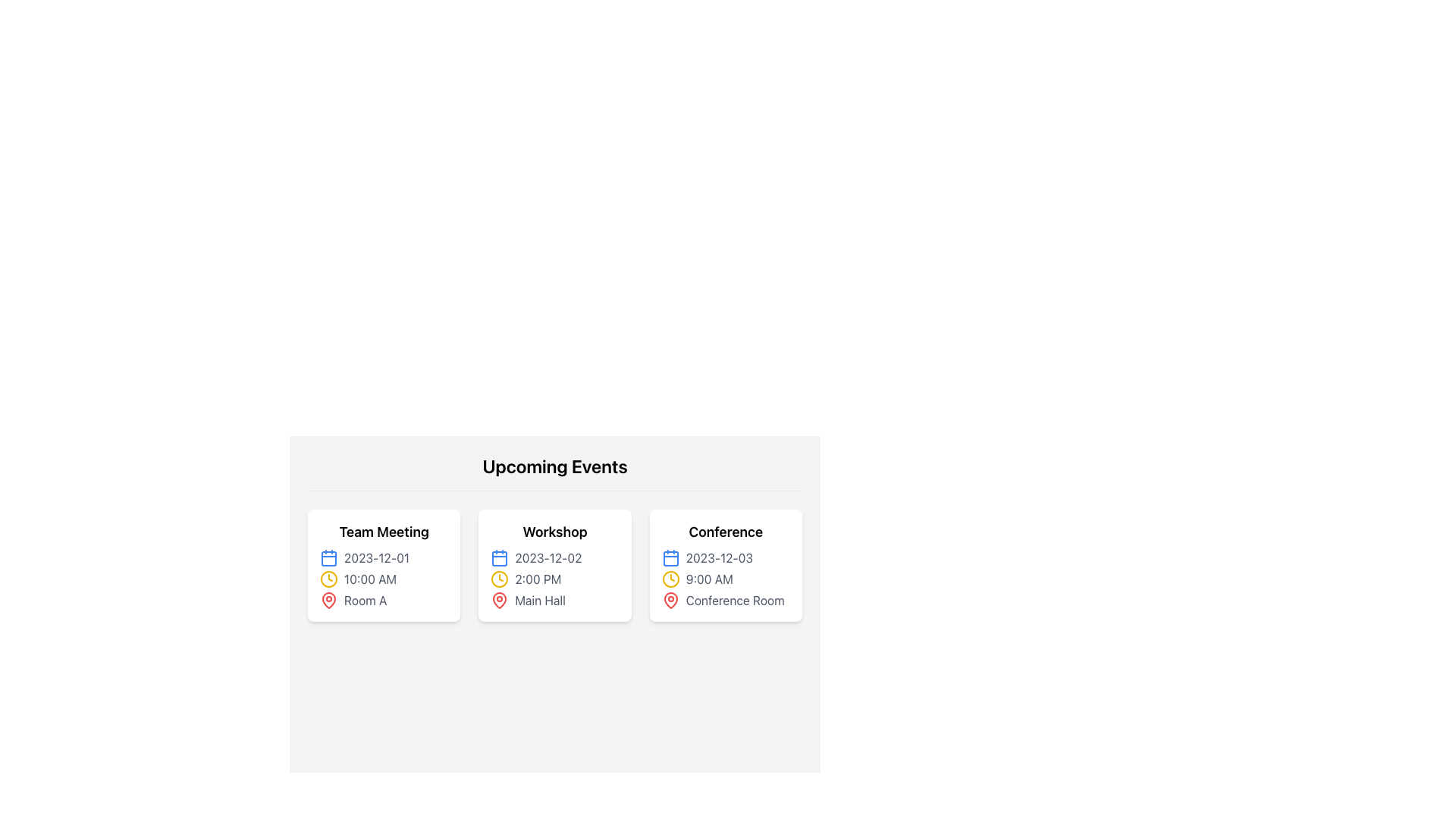  Describe the element at coordinates (670, 558) in the screenshot. I see `the graphical decoration representing the body of the calendar icon located above the date '2023-12-03' in the third column of the 'Upcoming Events' section` at that location.